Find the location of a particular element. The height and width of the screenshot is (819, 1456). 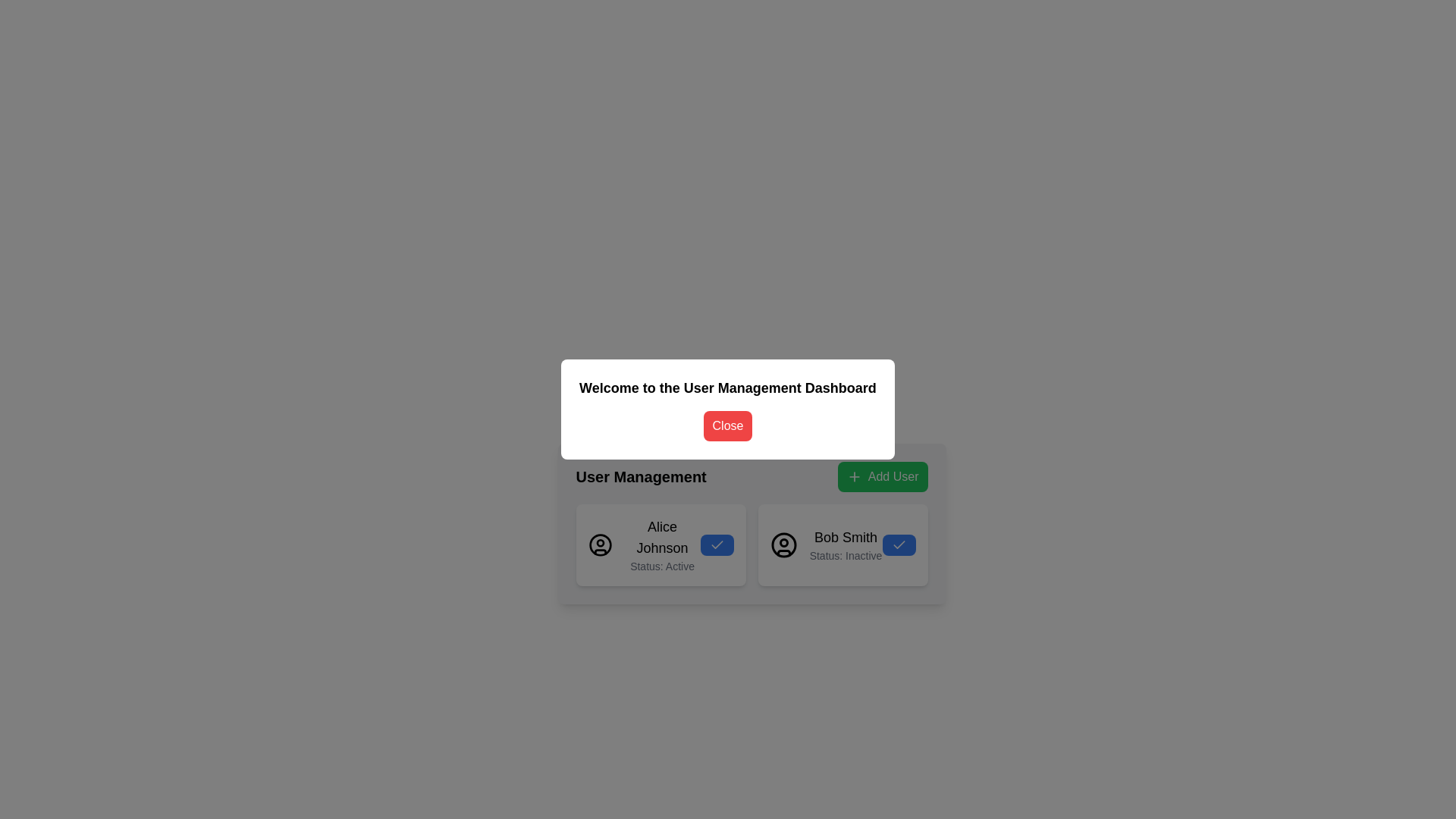

the button located at the lower-right corner of the card for 'Alice Johnson' is located at coordinates (716, 544).